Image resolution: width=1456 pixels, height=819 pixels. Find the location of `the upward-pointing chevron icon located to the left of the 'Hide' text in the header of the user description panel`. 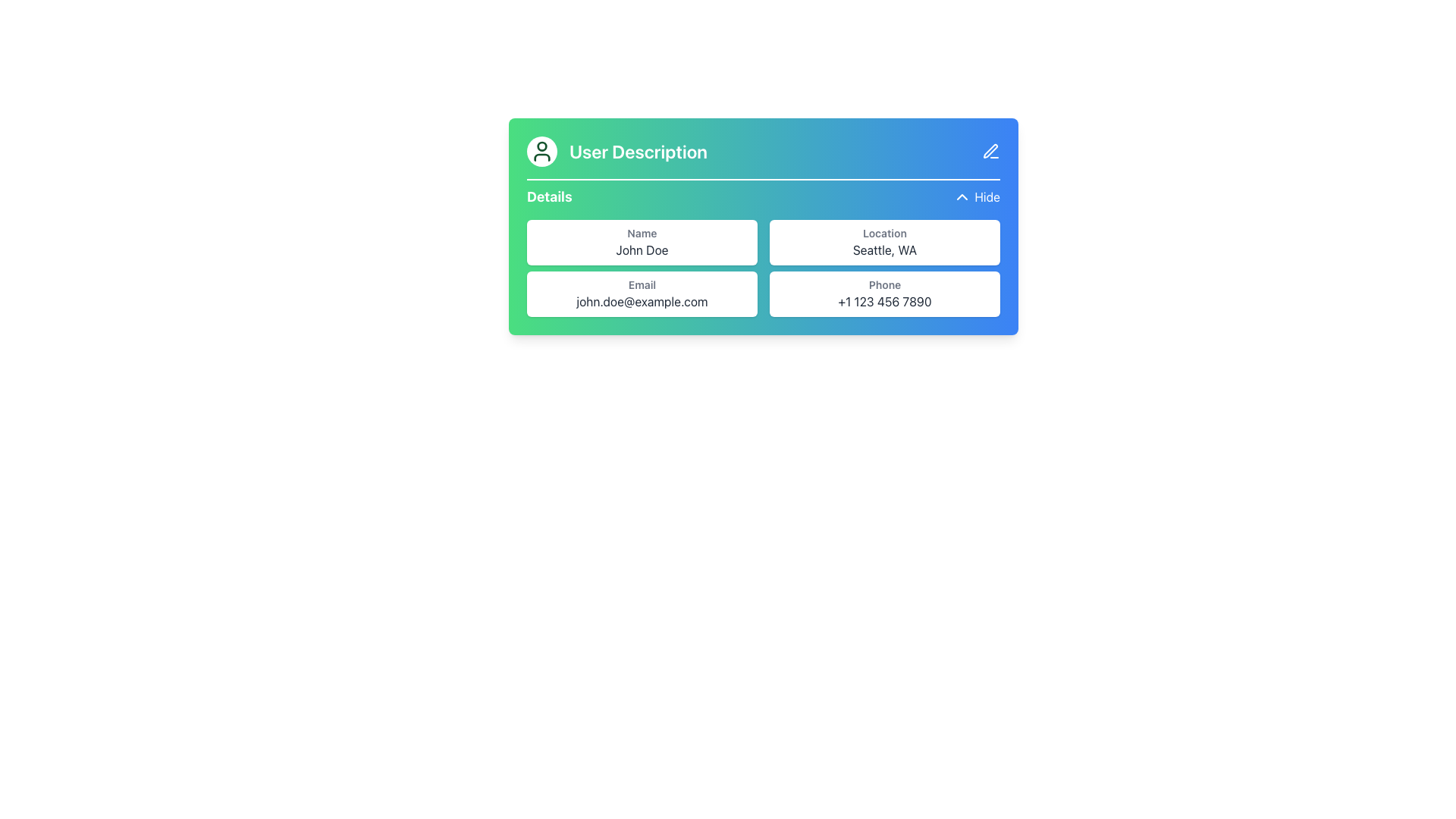

the upward-pointing chevron icon located to the left of the 'Hide' text in the header of the user description panel is located at coordinates (962, 196).